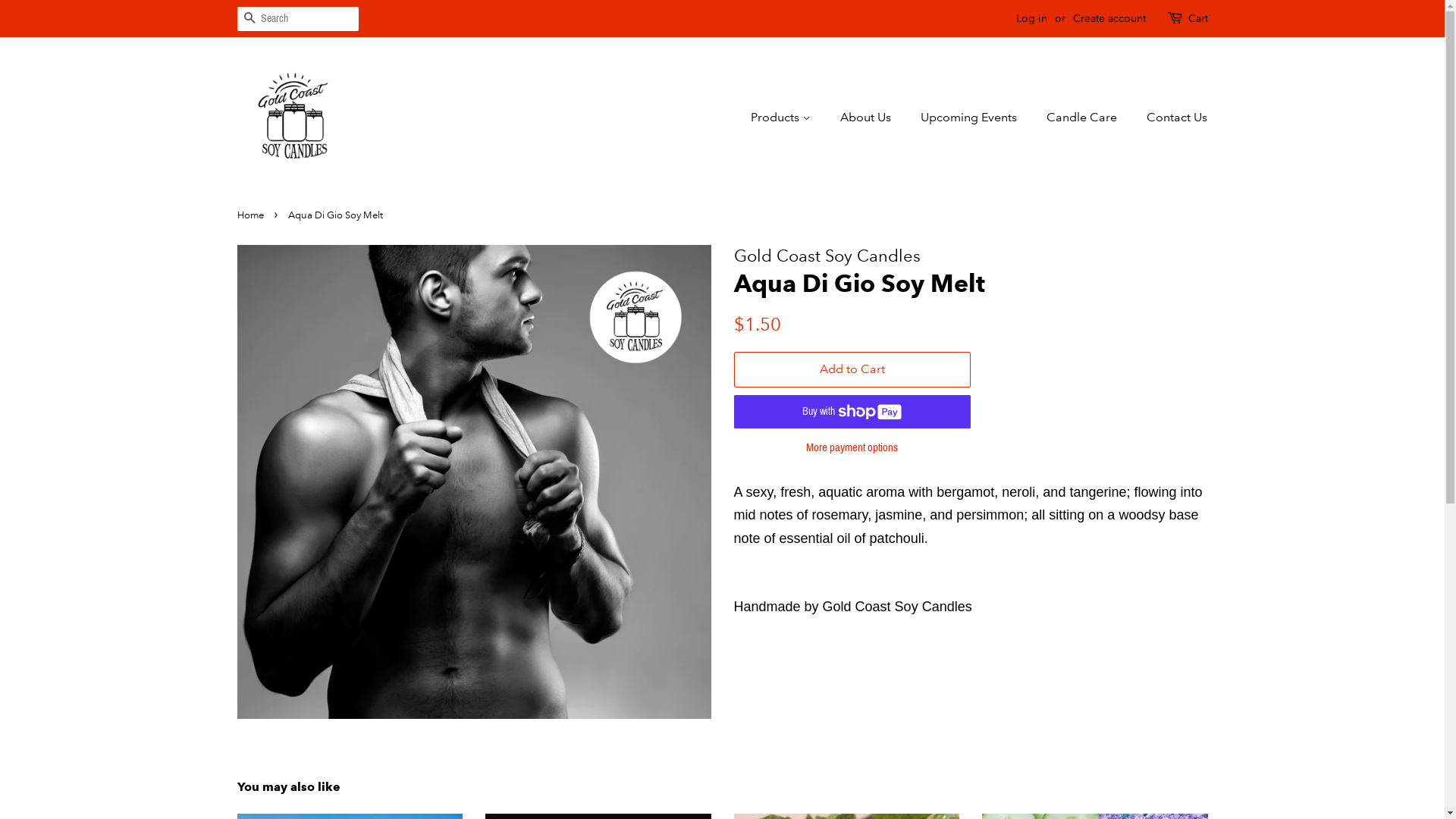 The height and width of the screenshot is (819, 1456). I want to click on 'Add to Cart', so click(852, 369).